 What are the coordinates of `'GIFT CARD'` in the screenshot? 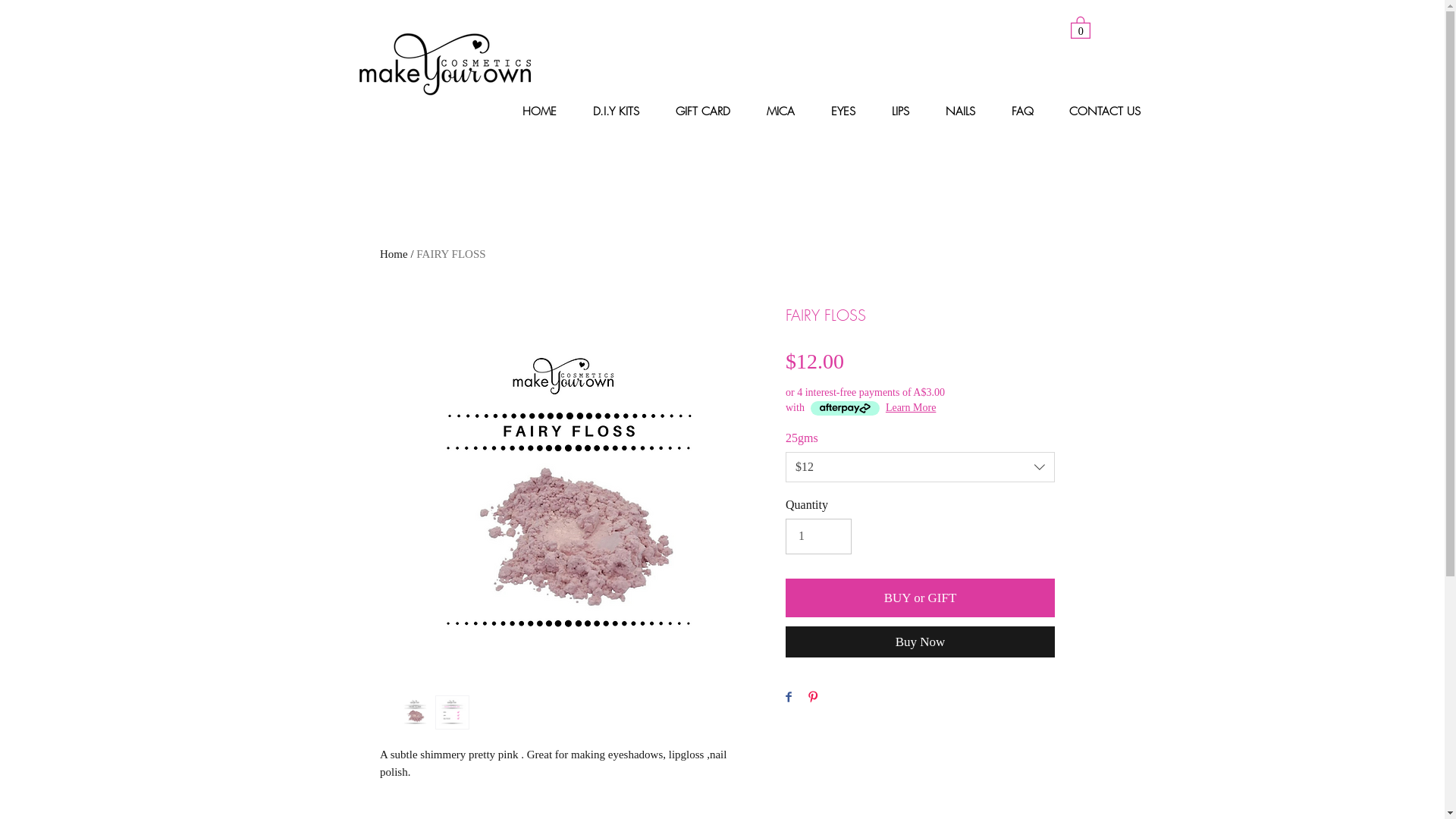 It's located at (709, 111).